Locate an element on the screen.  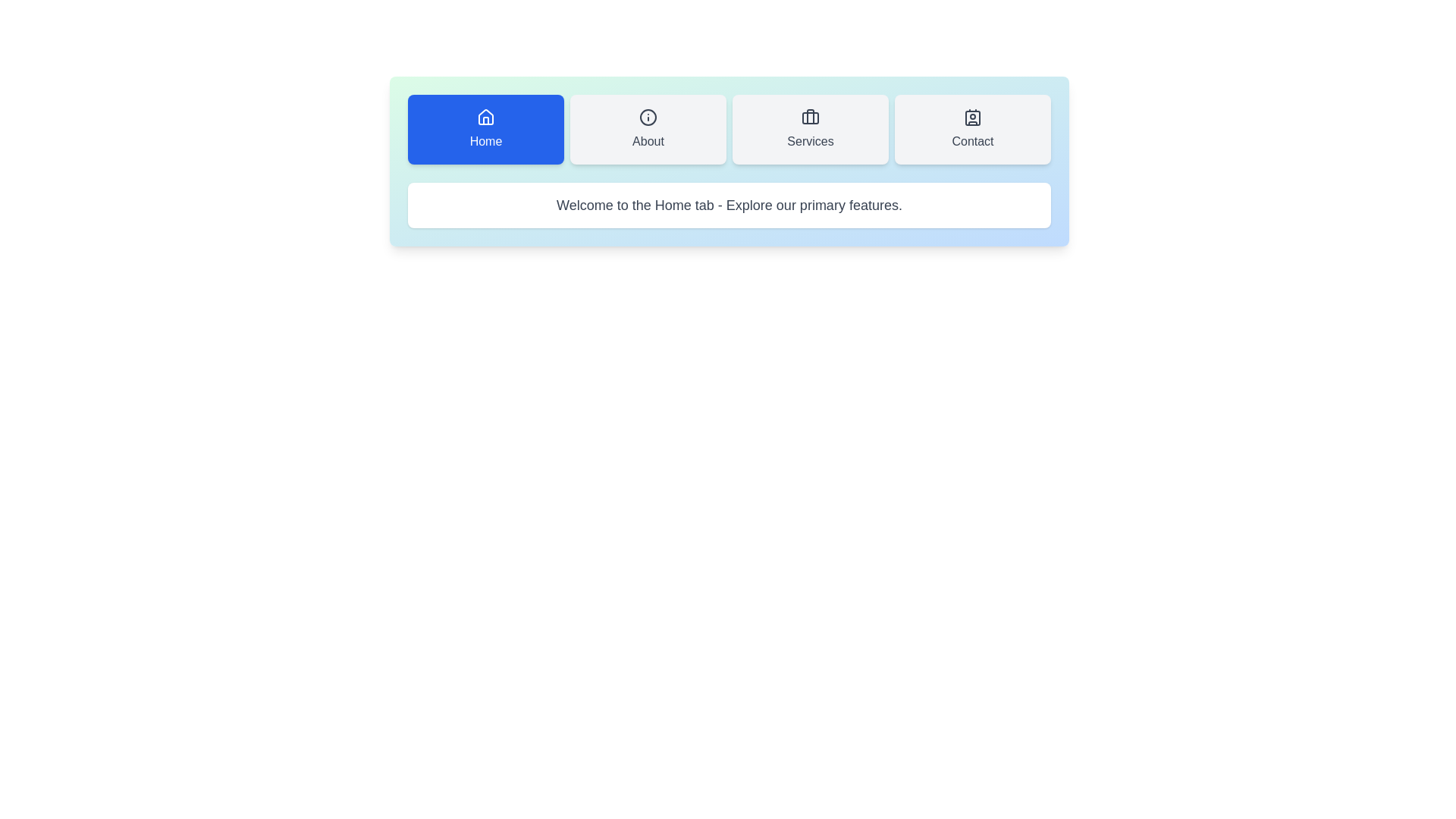
the 'Services' button which contains a briefcase icon at its upper part is located at coordinates (810, 116).